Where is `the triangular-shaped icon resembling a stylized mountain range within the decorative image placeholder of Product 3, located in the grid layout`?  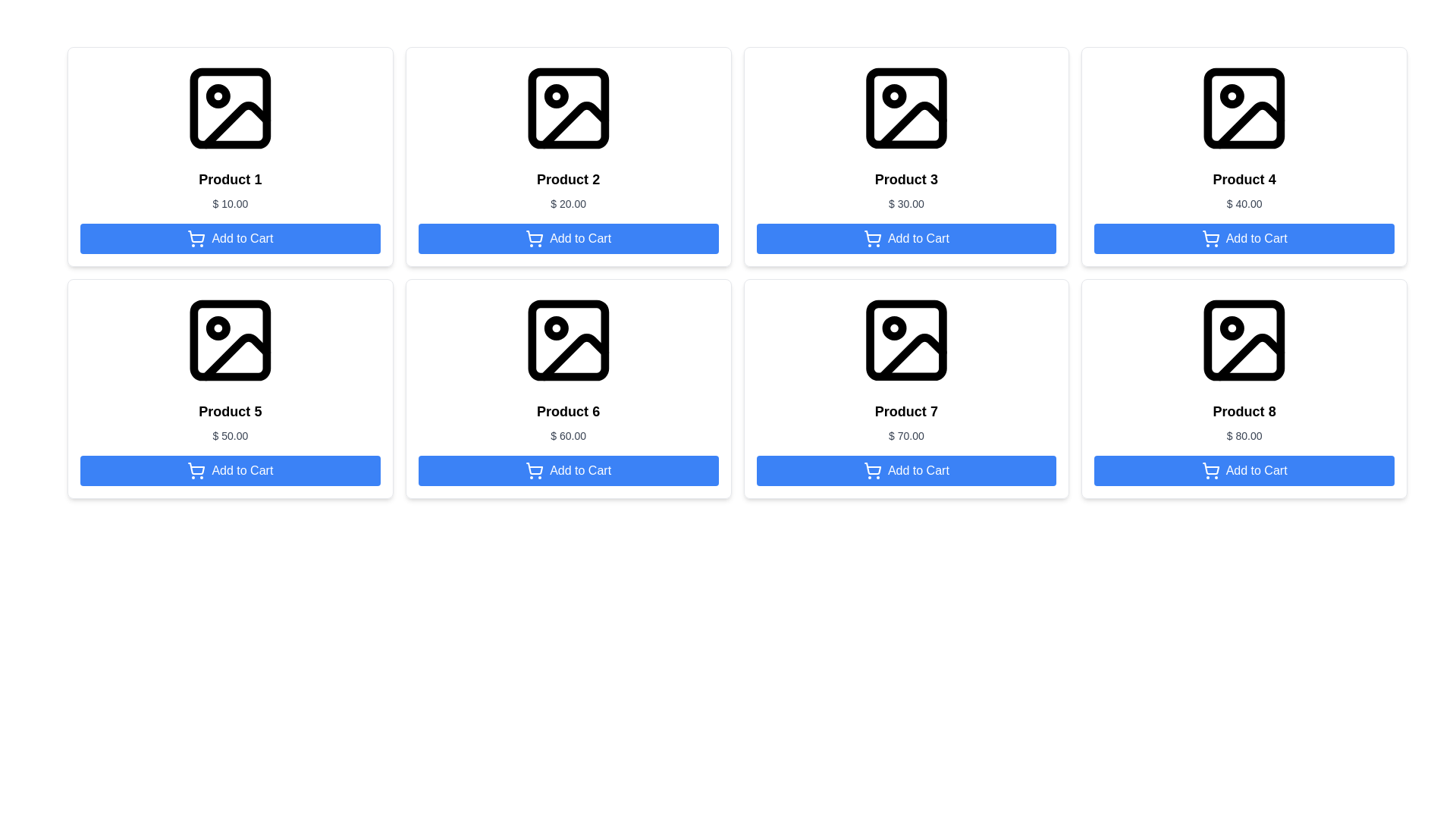 the triangular-shaped icon resembling a stylized mountain range within the decorative image placeholder of Product 3, located in the grid layout is located at coordinates (912, 124).